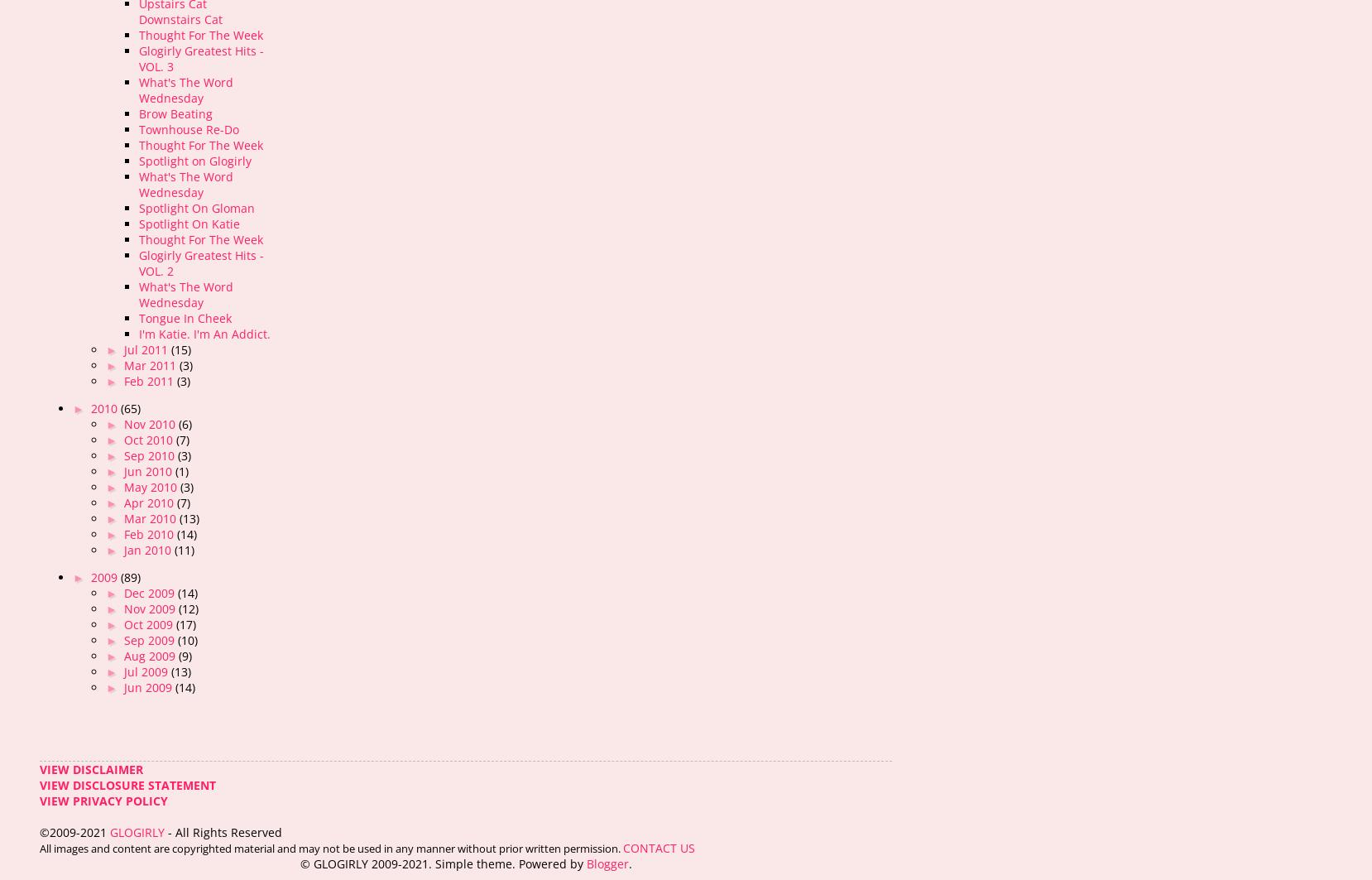 Image resolution: width=1372 pixels, height=880 pixels. Describe the element at coordinates (151, 655) in the screenshot. I see `'Aug 2009'` at that location.